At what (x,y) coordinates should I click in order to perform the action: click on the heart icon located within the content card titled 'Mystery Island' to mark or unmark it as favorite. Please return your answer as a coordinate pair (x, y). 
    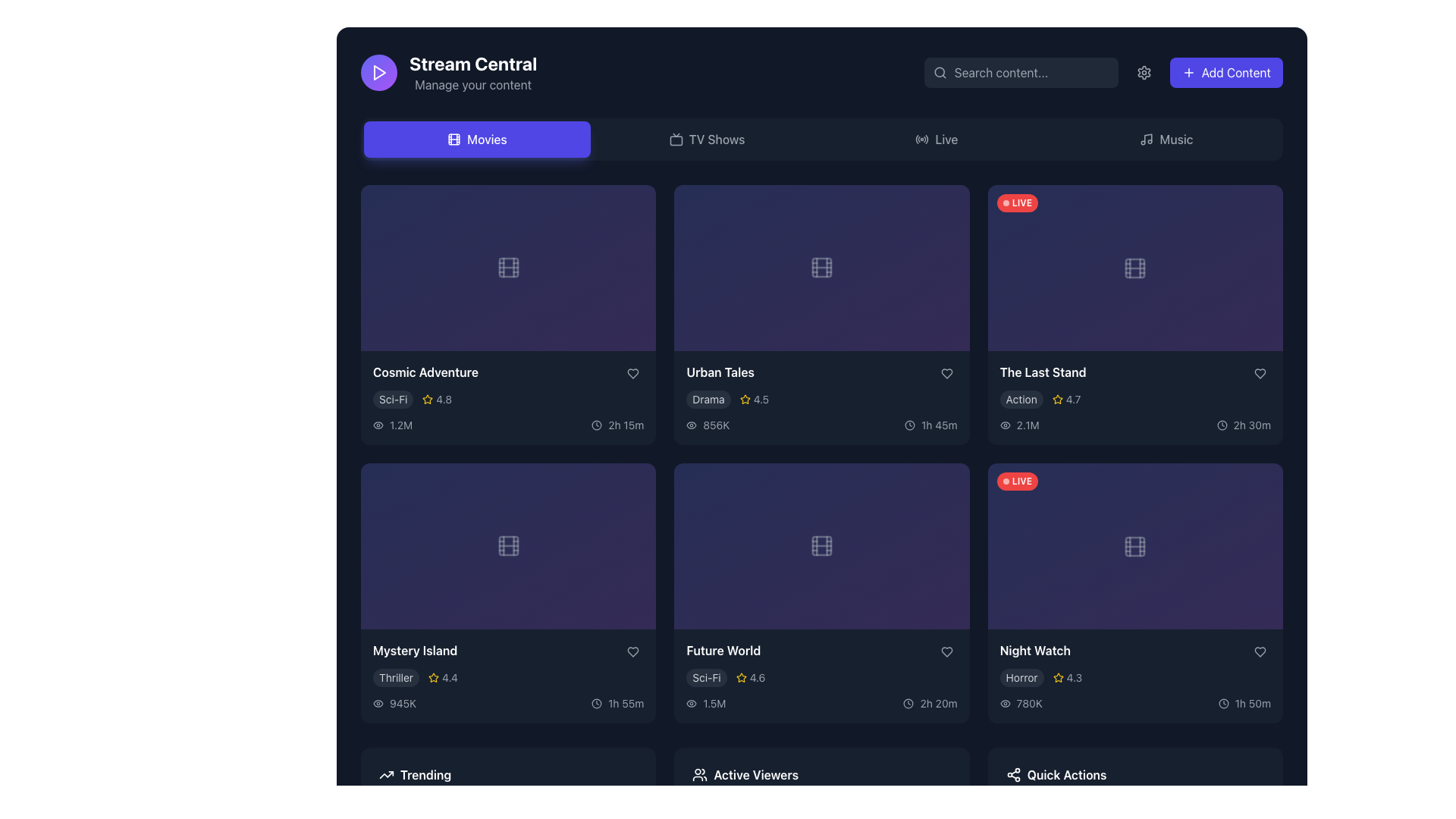
    Looking at the image, I should click on (633, 651).